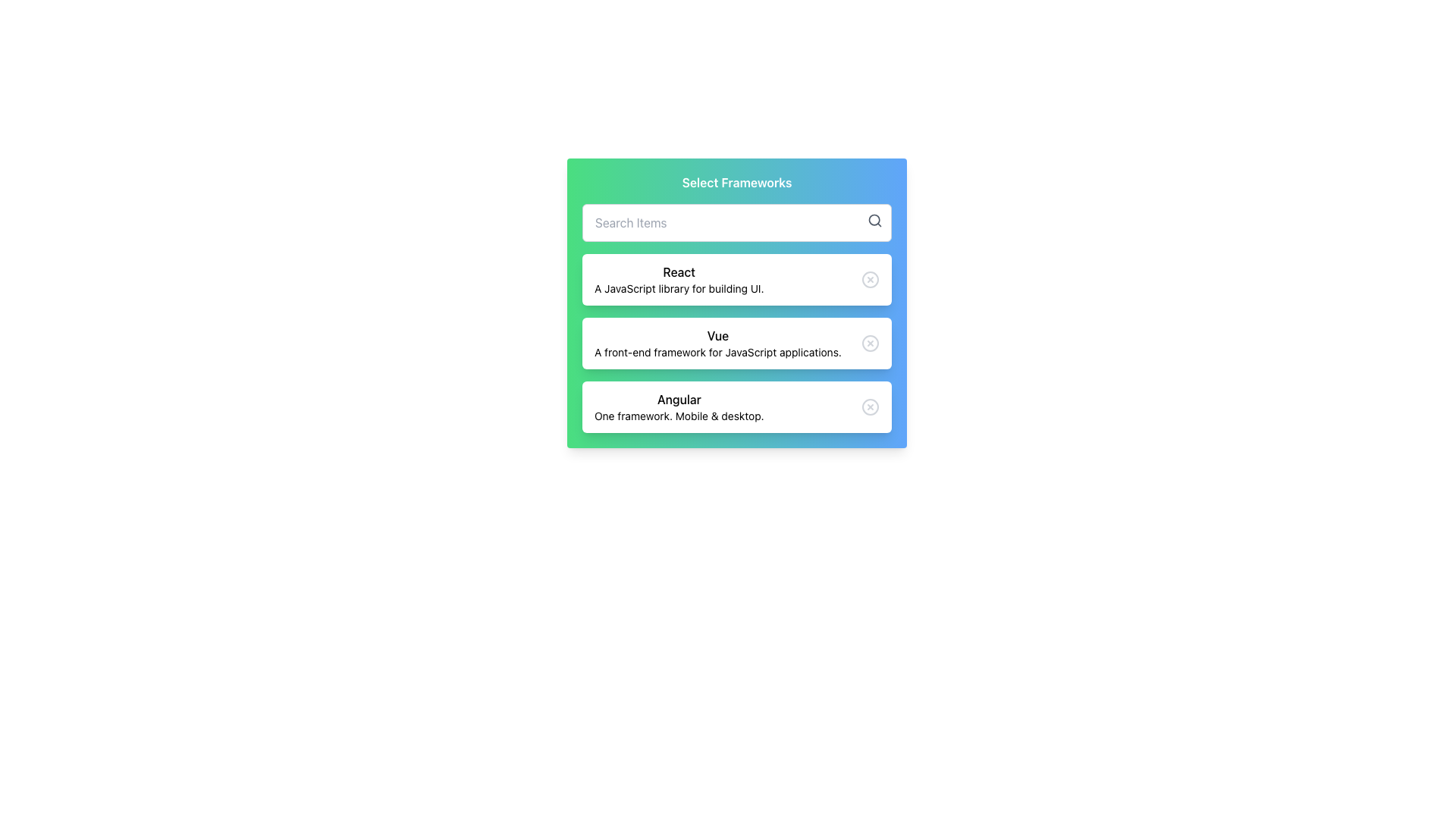  I want to click on the 'Vue' framework option in the selection list, so click(736, 343).